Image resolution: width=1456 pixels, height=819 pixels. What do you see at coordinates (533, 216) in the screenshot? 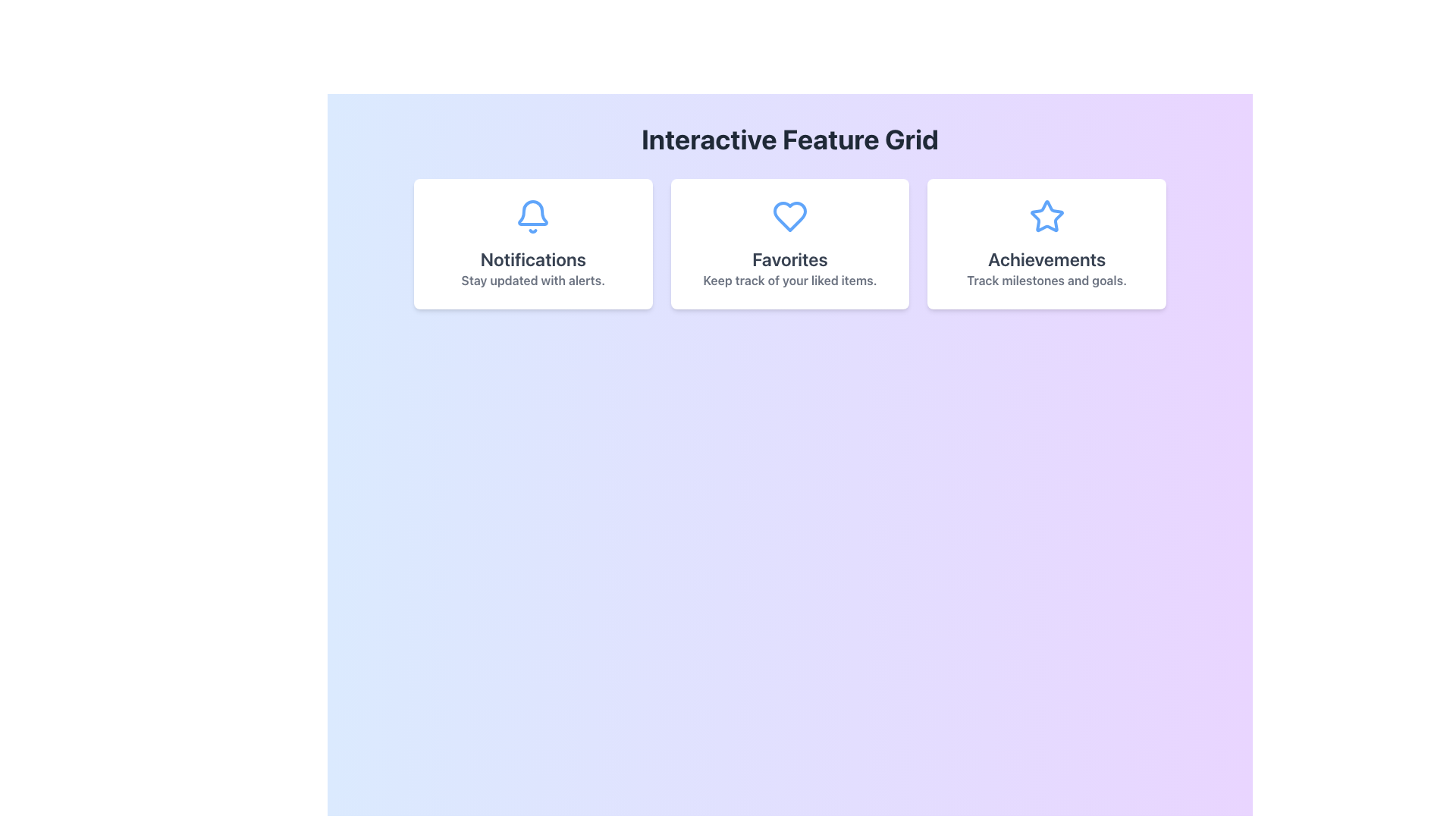
I see `the blue bell icon located at the top center of the 'Notifications' section, which is above the text 'Stay updated with alerts'` at bounding box center [533, 216].